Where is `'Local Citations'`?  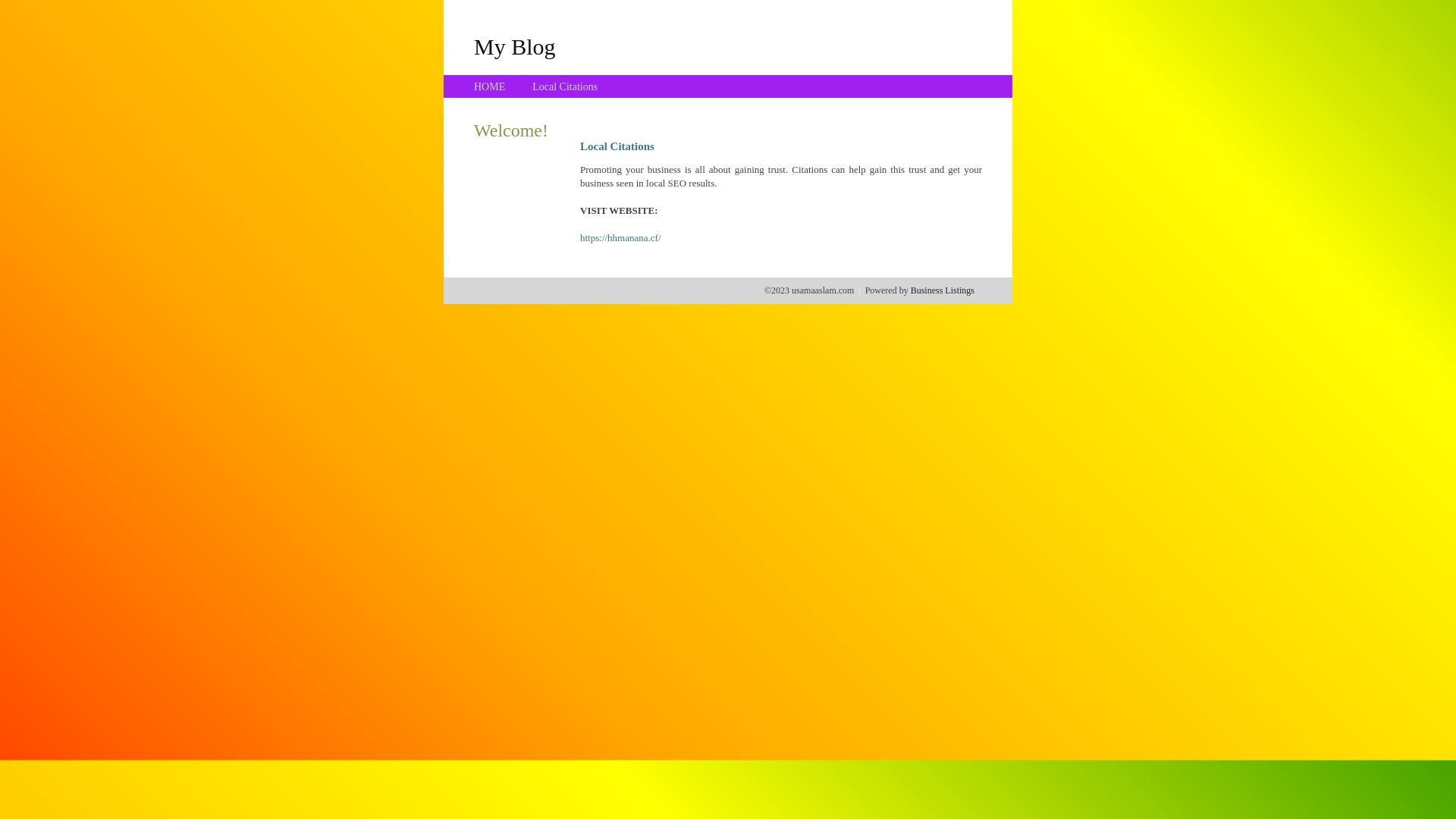
'Local Citations' is located at coordinates (532, 86).